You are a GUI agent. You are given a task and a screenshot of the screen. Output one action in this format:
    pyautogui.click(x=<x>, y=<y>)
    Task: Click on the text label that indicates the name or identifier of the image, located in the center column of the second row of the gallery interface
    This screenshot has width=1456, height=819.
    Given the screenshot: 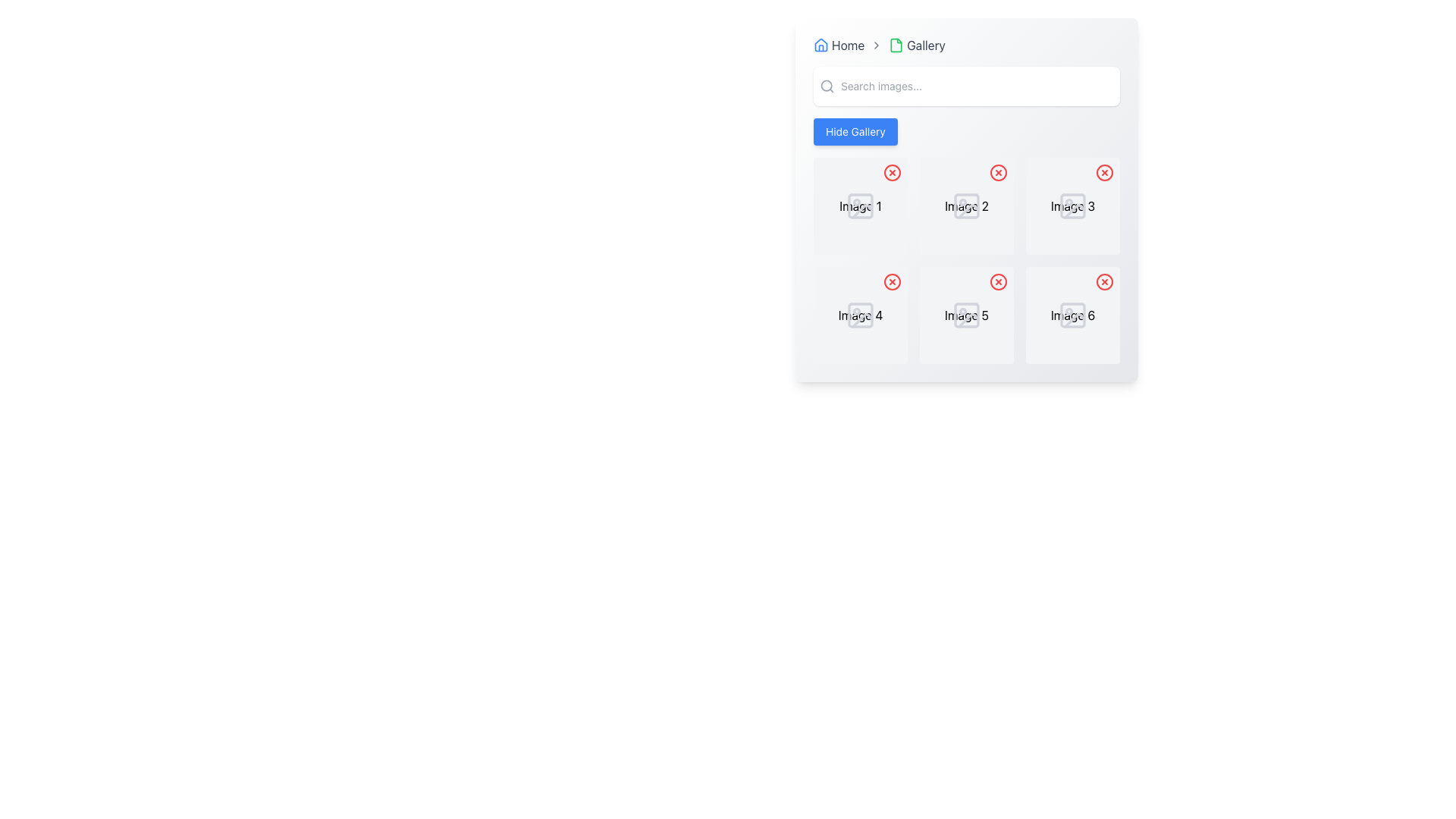 What is the action you would take?
    pyautogui.click(x=966, y=206)
    